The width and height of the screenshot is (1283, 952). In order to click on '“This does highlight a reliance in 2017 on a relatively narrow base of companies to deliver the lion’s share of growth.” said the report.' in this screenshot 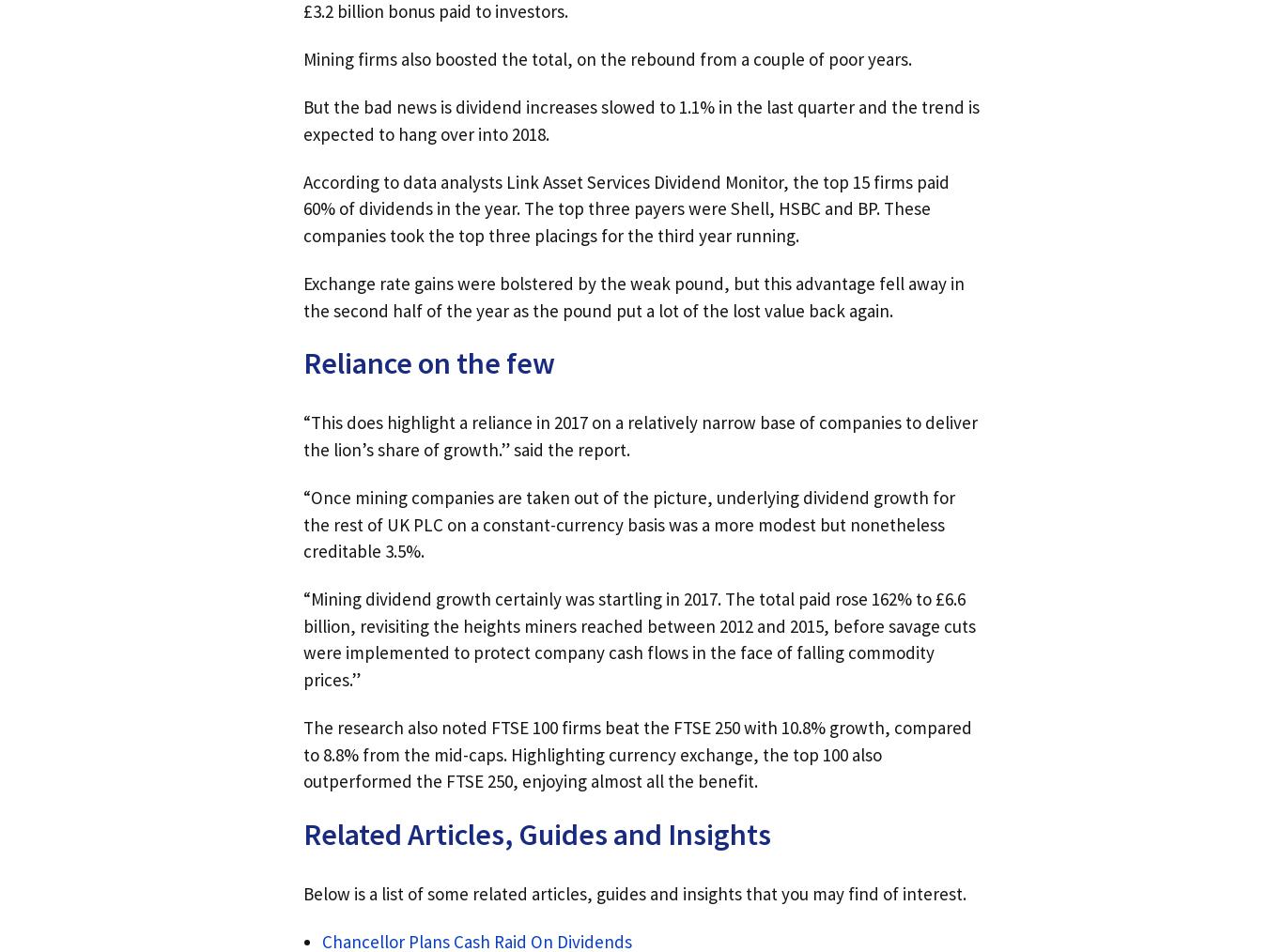, I will do `click(303, 436)`.